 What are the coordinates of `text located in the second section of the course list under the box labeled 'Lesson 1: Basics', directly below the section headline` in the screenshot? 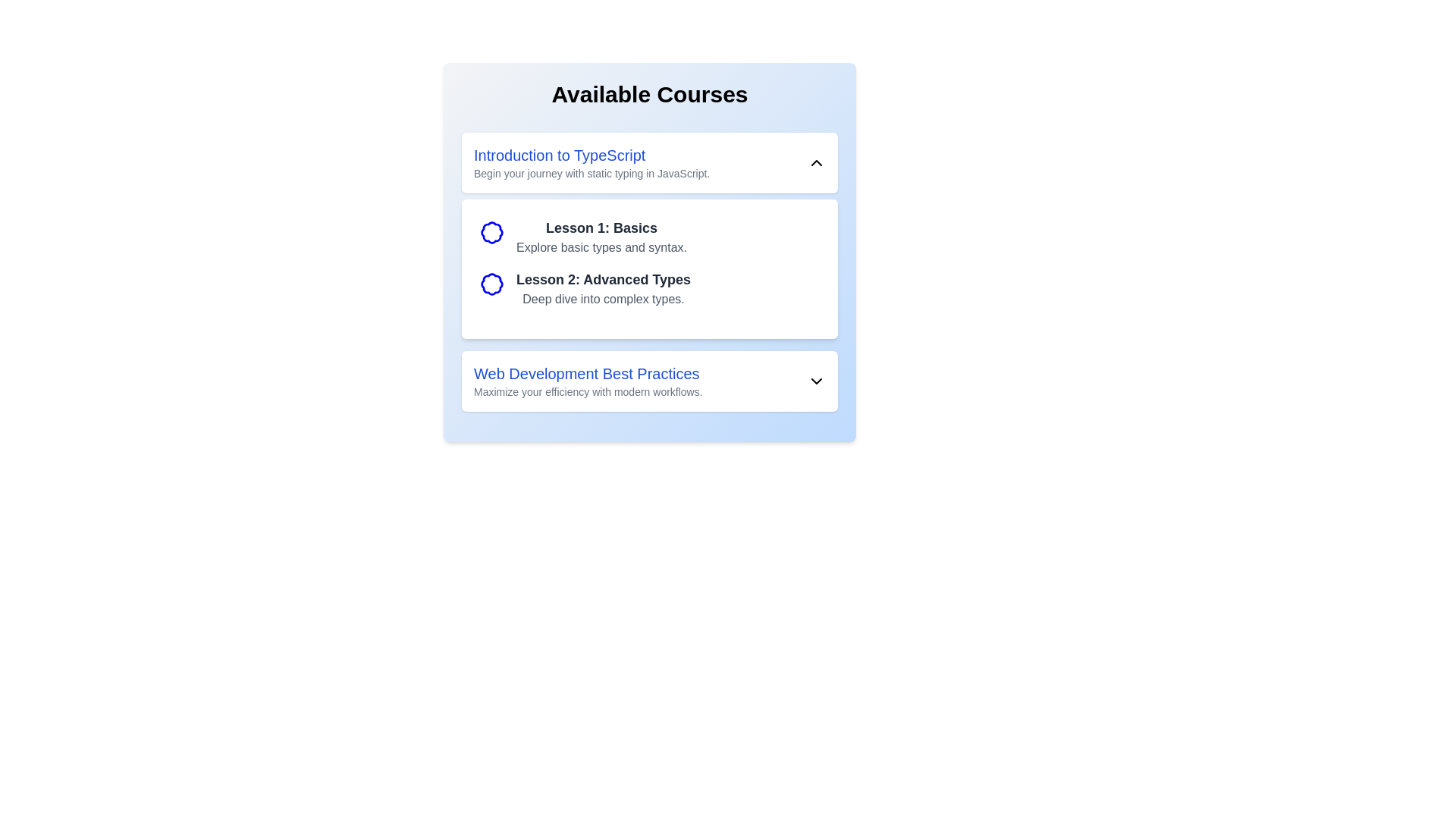 It's located at (601, 247).